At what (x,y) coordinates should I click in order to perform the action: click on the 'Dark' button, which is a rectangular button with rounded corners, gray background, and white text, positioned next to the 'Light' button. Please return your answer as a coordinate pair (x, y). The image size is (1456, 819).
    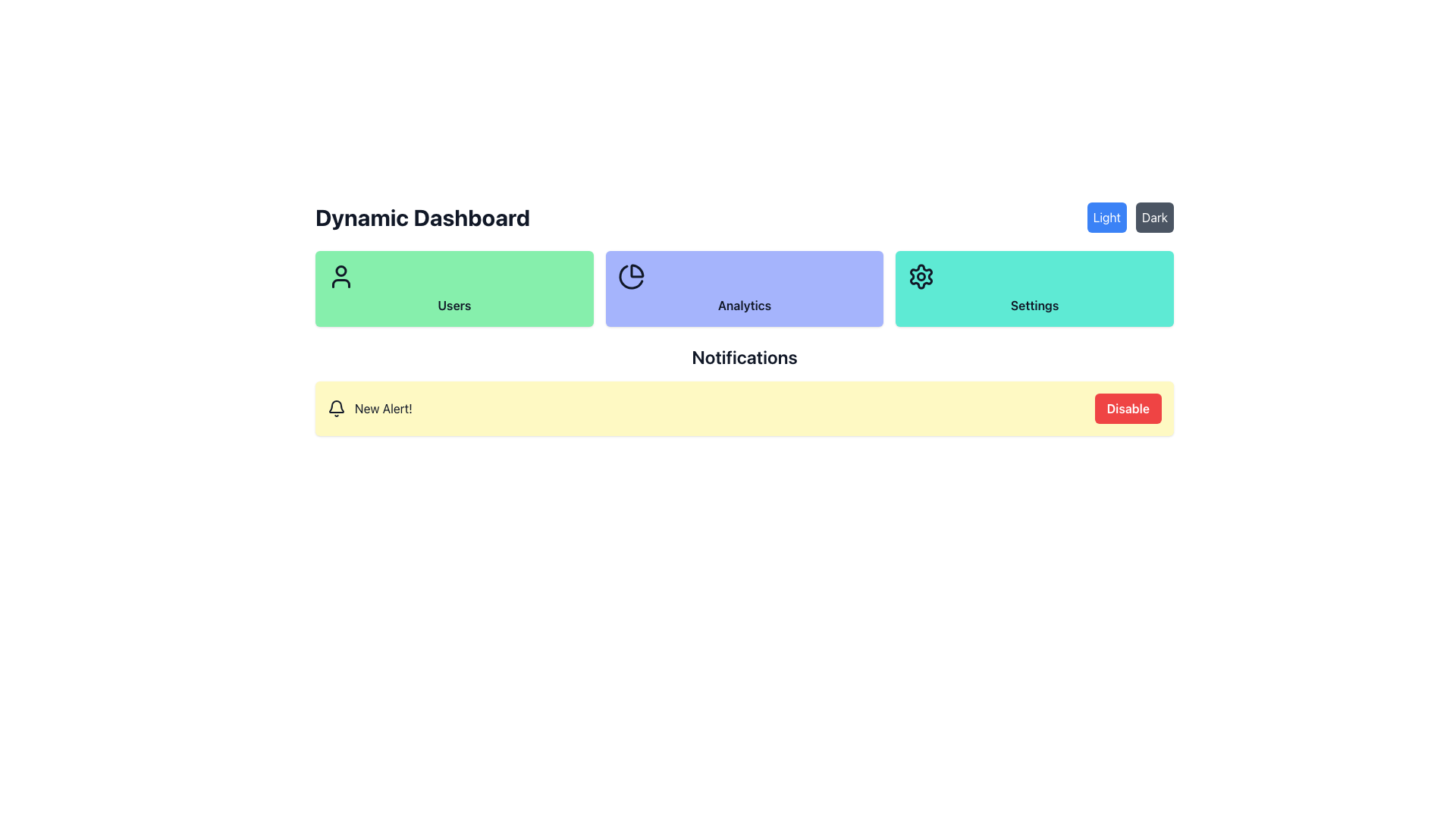
    Looking at the image, I should click on (1153, 217).